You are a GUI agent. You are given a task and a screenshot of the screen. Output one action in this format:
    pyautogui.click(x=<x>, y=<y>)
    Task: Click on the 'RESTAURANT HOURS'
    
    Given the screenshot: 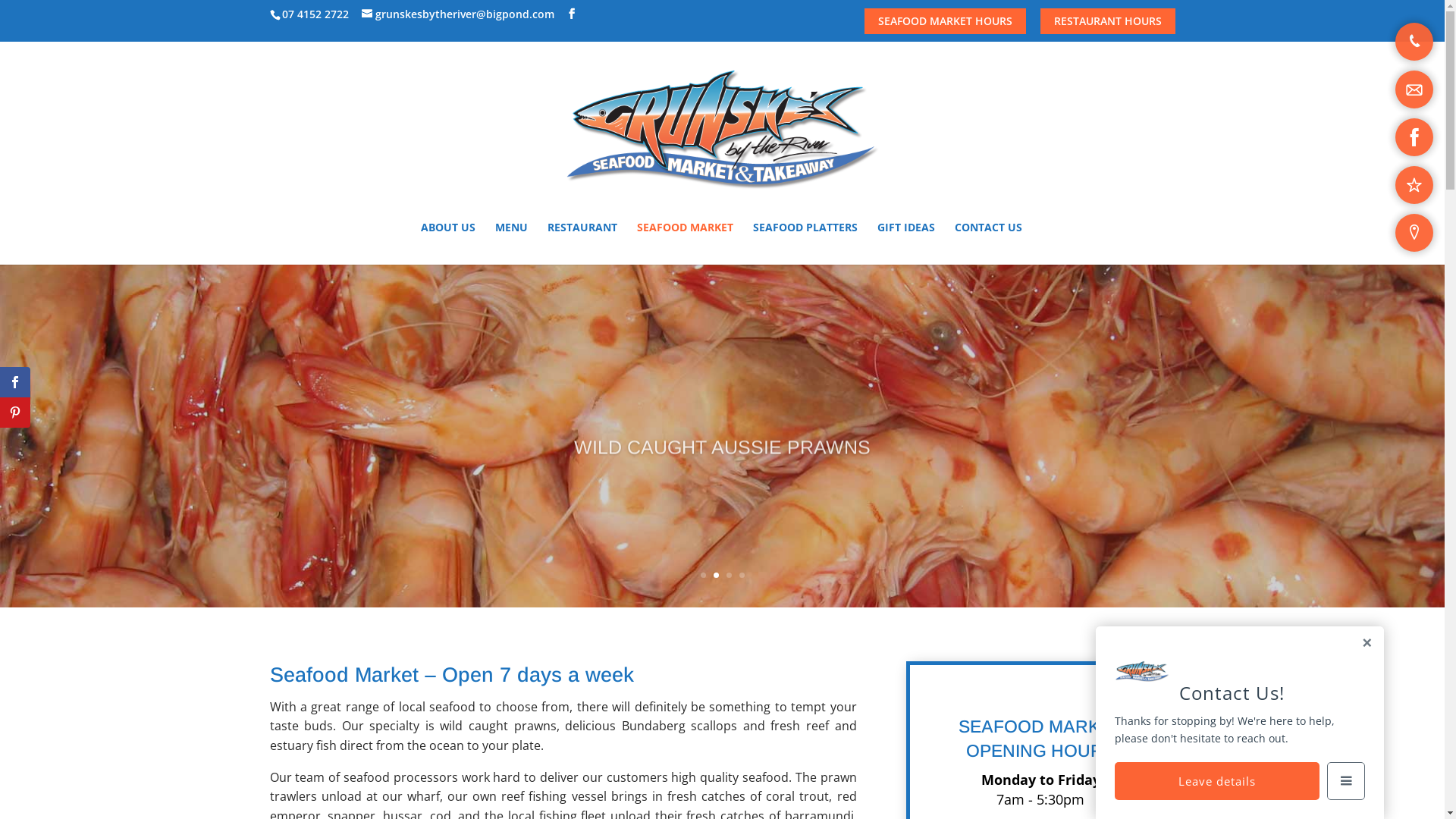 What is the action you would take?
    pyautogui.click(x=1107, y=20)
    